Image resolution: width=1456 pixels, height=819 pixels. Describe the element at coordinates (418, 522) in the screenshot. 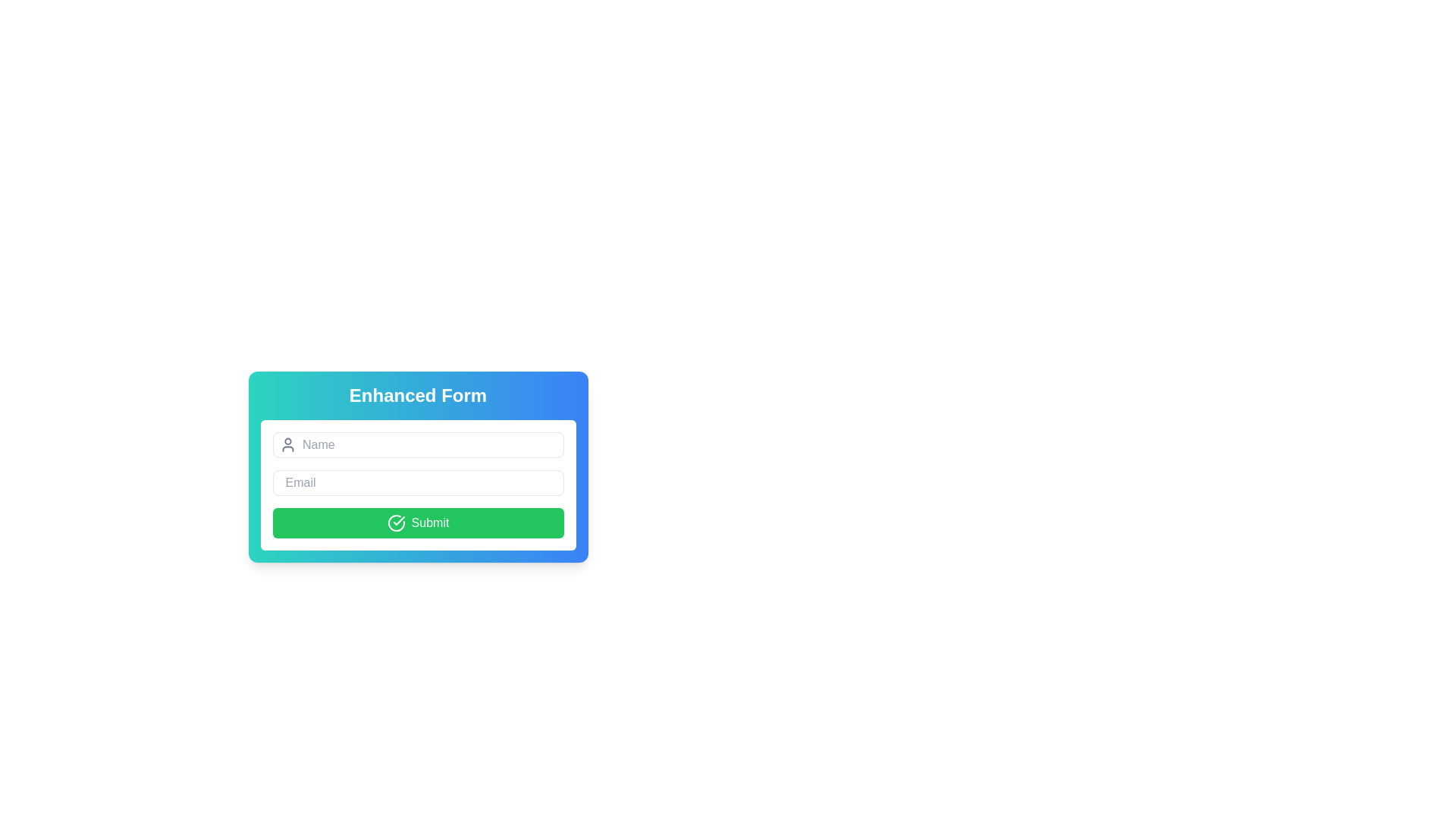

I see `the 'Submit' button, which is a rectangular button with a green background and white text, located at the bottom of the form interface` at that location.